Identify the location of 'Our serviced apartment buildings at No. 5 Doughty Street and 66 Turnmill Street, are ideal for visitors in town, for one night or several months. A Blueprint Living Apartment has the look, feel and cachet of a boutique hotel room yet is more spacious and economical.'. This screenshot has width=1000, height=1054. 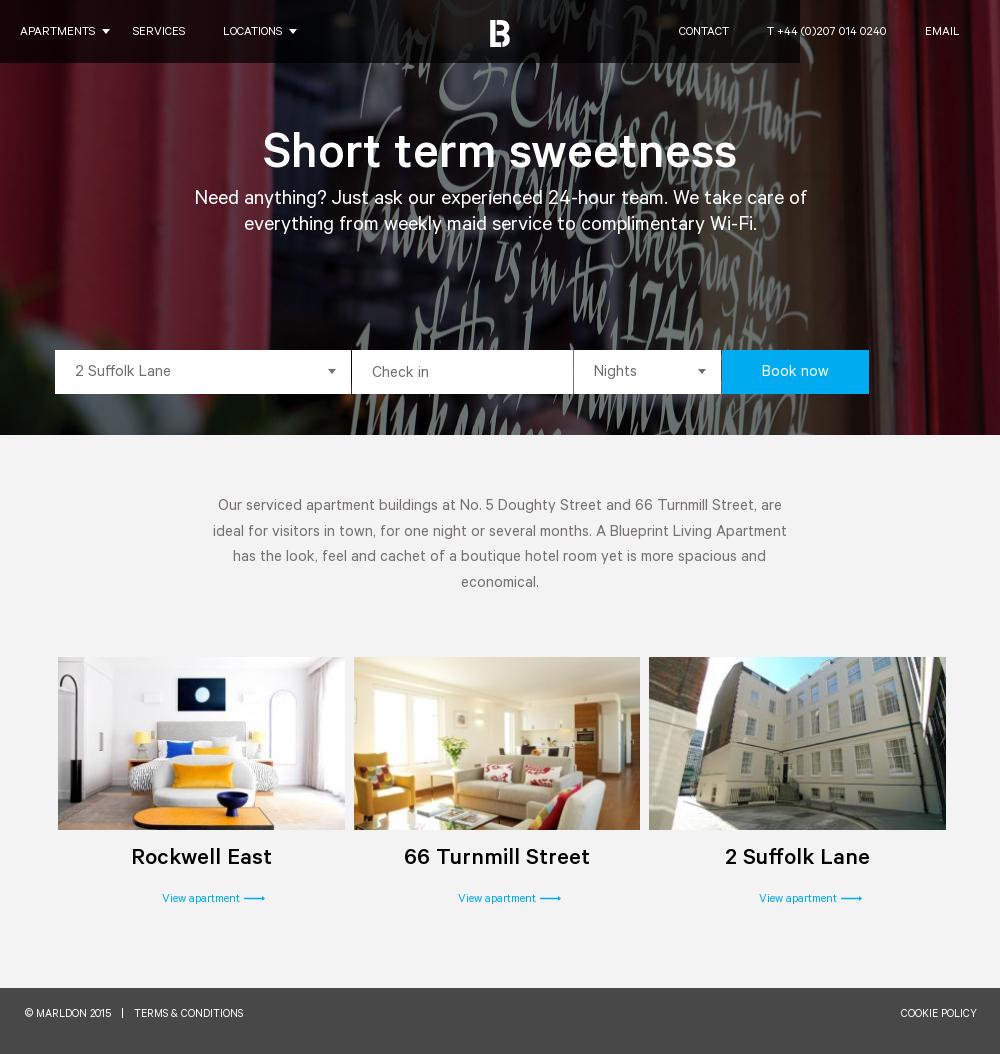
(498, 545).